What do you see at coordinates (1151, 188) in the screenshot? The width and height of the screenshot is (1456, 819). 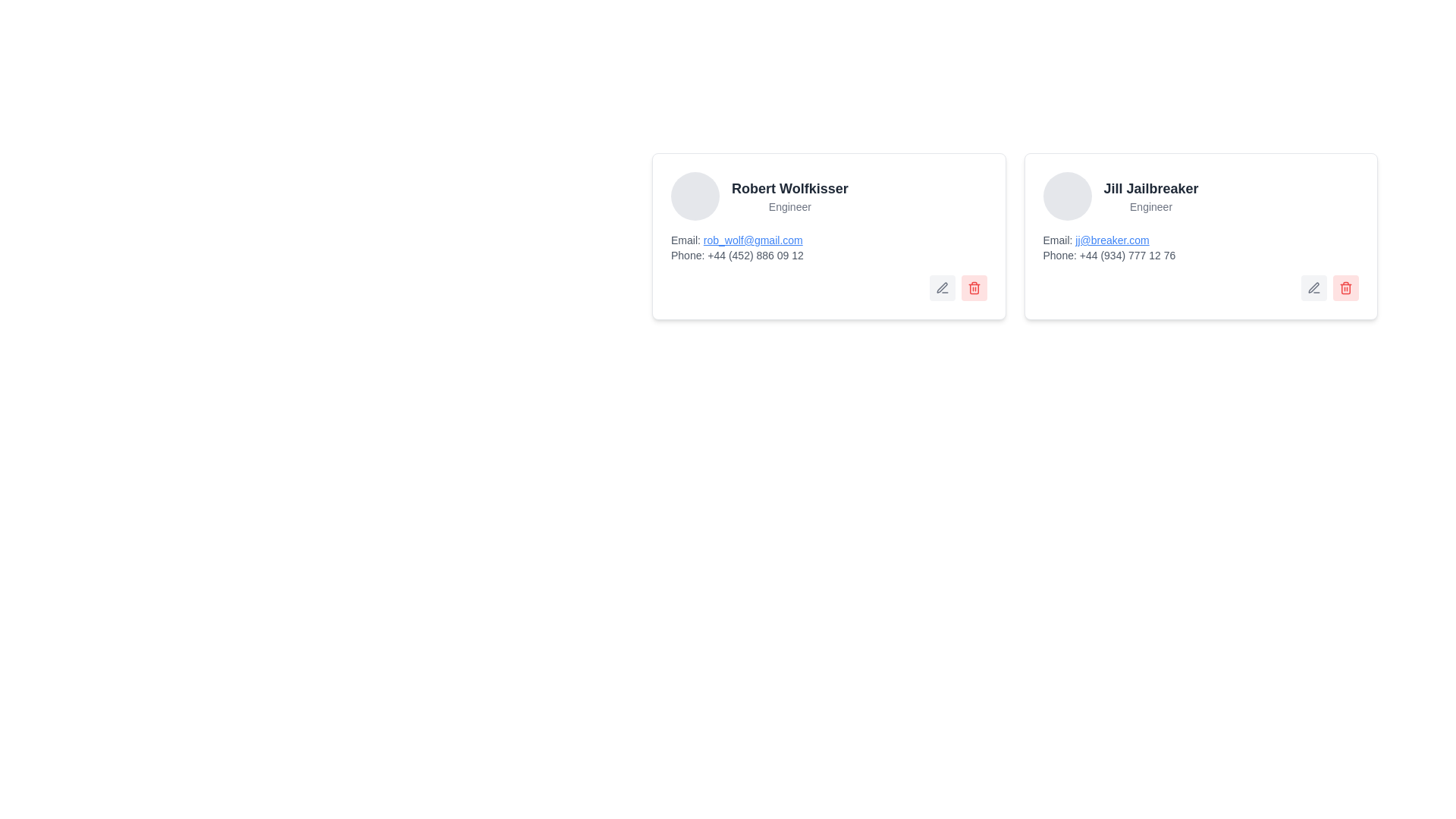 I see `the static text element displaying the name 'Jill Jailbreaker', styled with a bold font and located at the top of the user card in the second card from the left` at bounding box center [1151, 188].